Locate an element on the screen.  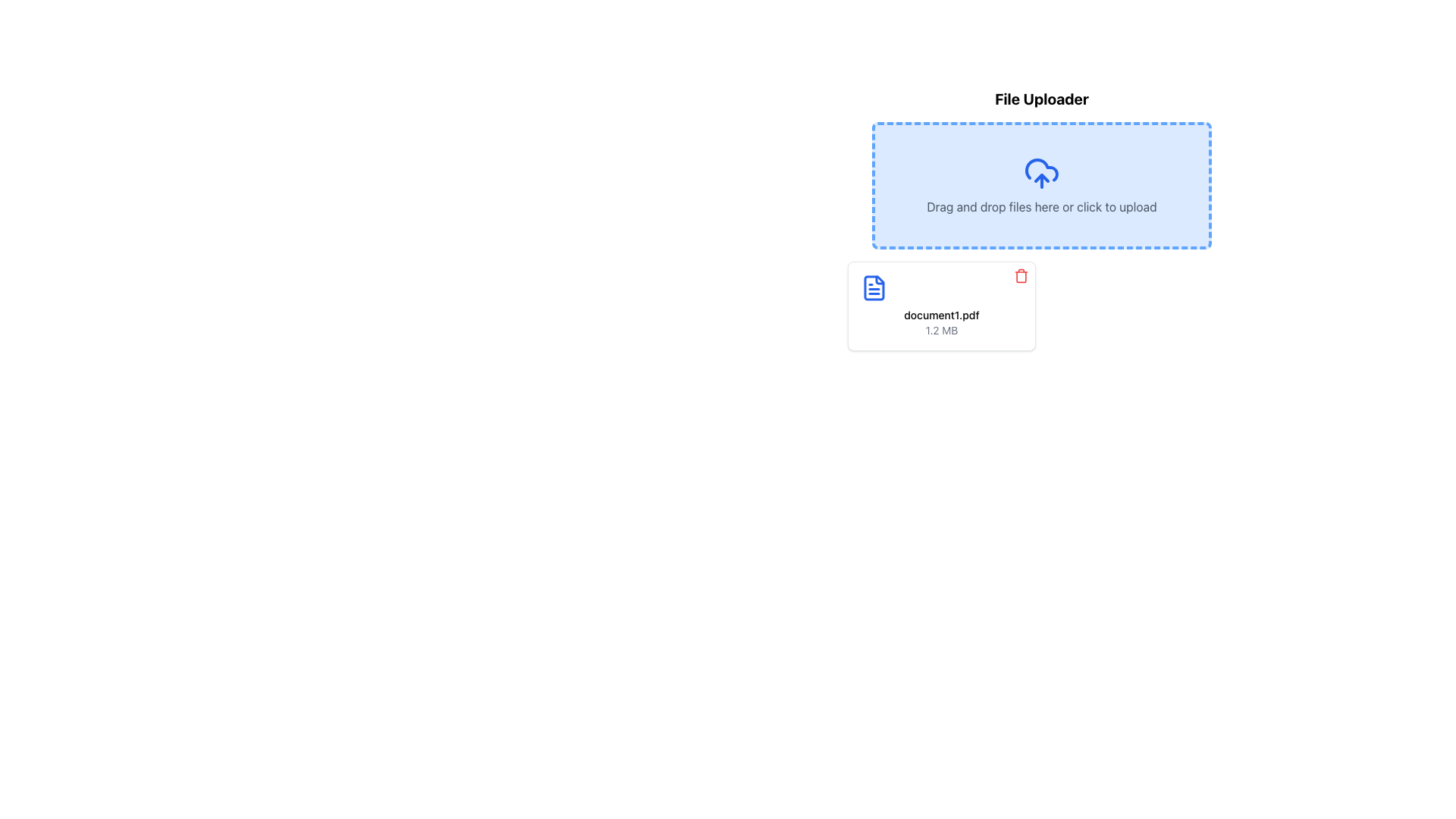
the text display element labeled 'document1.pdf' with size information '1.2 MB', located below a blue file icon and adjacent to a red delete icon is located at coordinates (941, 322).